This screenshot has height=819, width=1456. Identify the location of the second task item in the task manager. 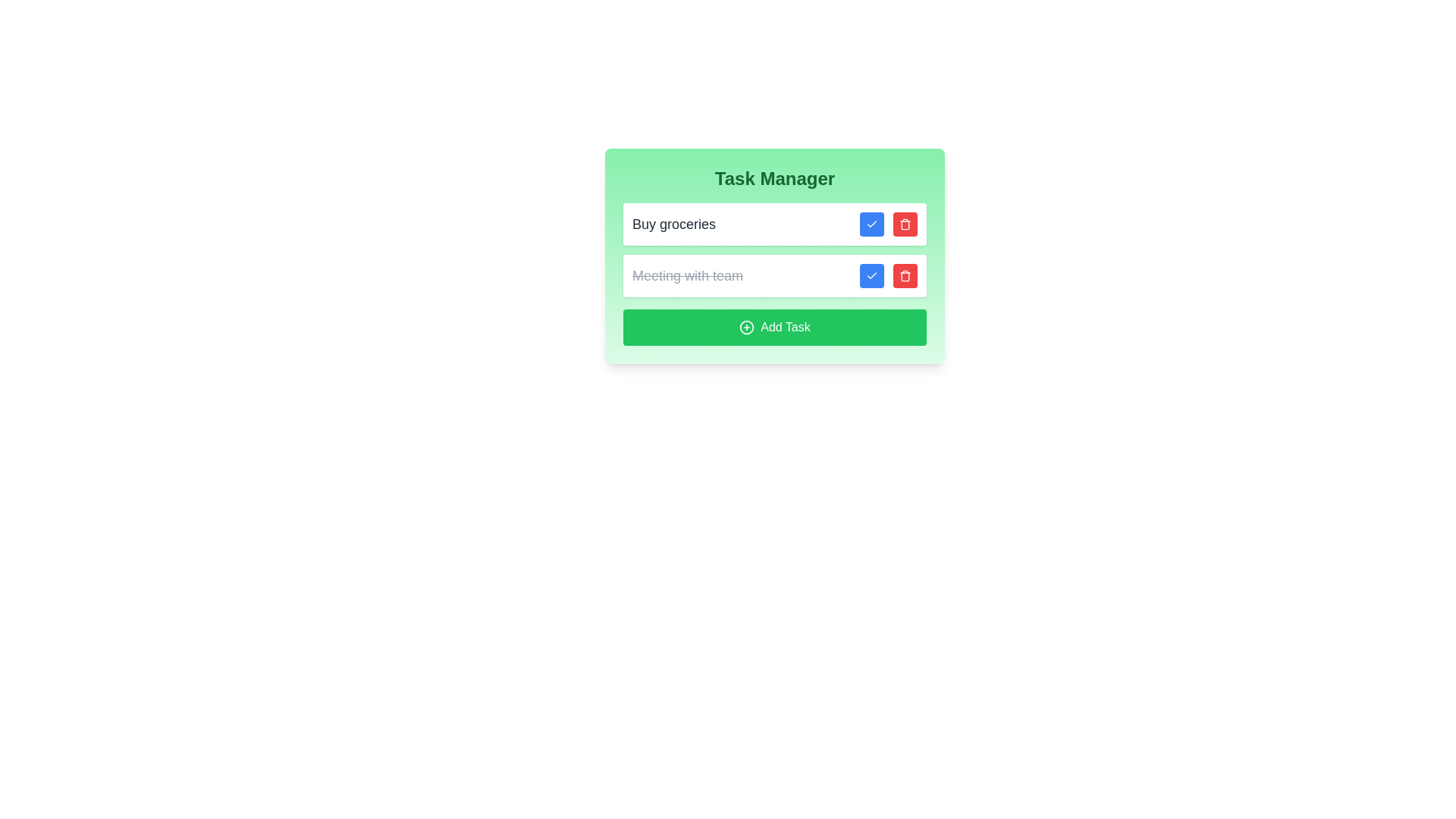
(775, 256).